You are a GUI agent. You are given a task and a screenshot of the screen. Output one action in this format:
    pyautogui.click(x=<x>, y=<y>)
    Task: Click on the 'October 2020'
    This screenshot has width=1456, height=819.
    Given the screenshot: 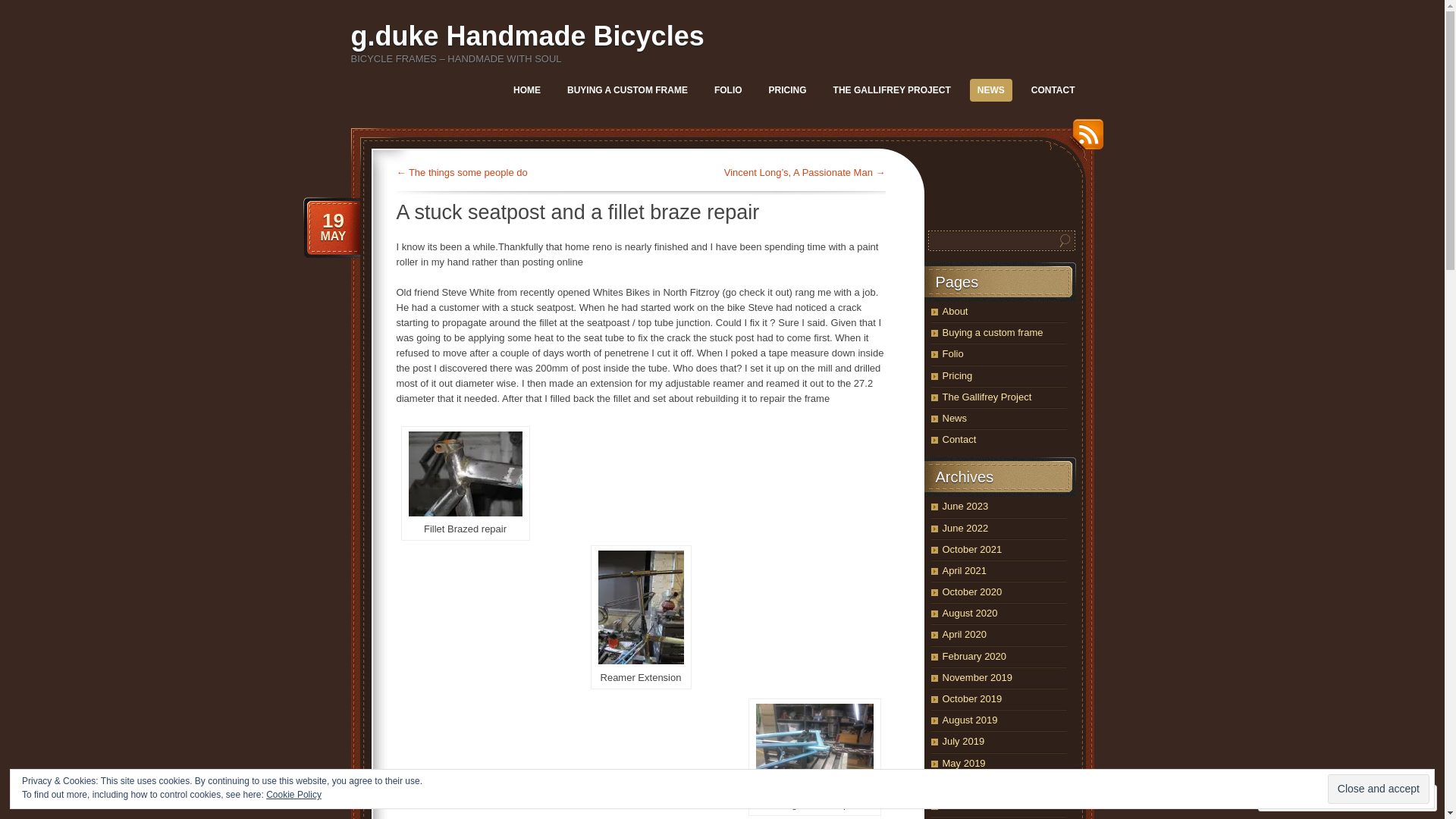 What is the action you would take?
    pyautogui.click(x=971, y=591)
    